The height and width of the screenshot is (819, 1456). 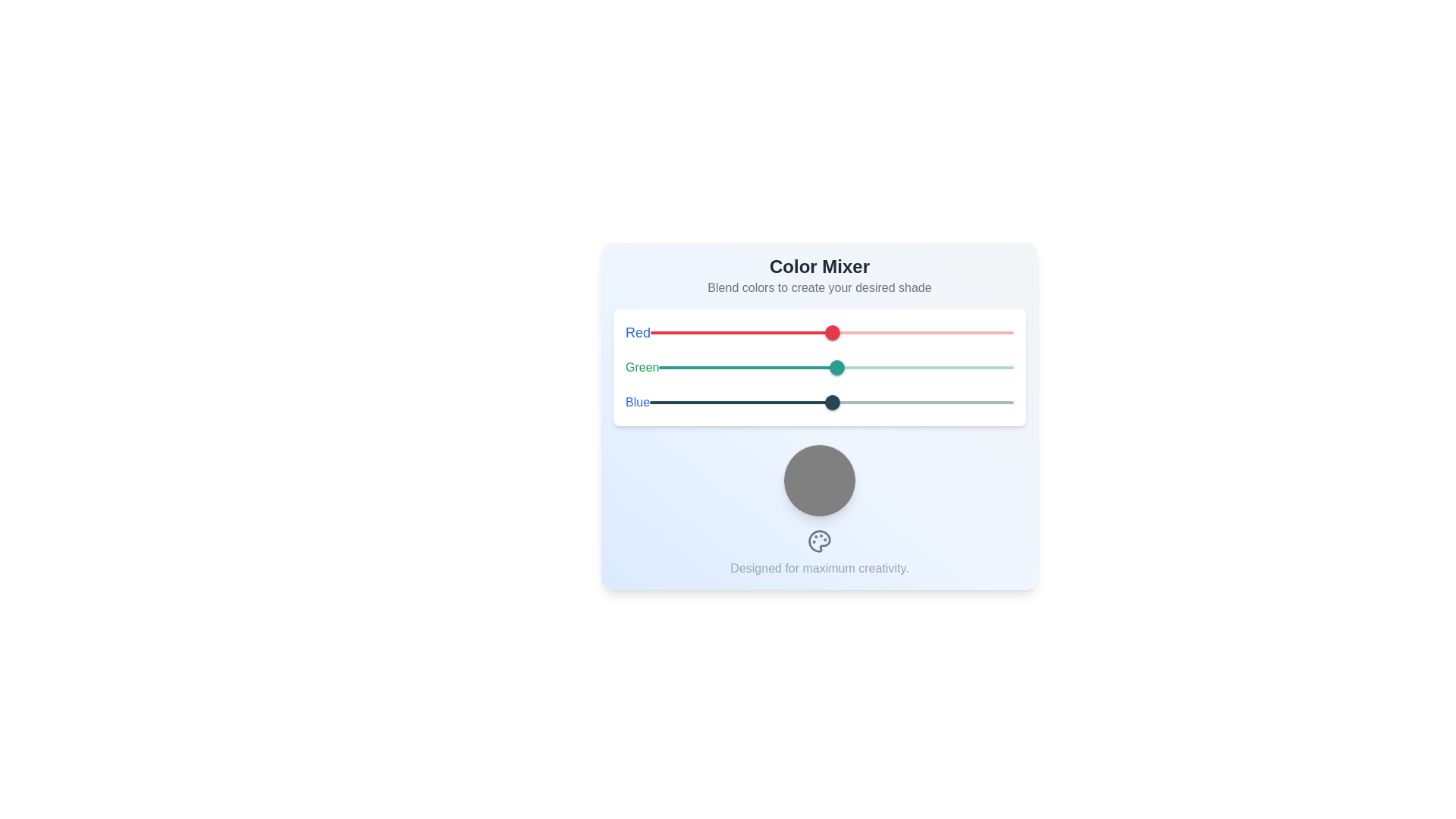 What do you see at coordinates (845, 332) in the screenshot?
I see `the red value` at bounding box center [845, 332].